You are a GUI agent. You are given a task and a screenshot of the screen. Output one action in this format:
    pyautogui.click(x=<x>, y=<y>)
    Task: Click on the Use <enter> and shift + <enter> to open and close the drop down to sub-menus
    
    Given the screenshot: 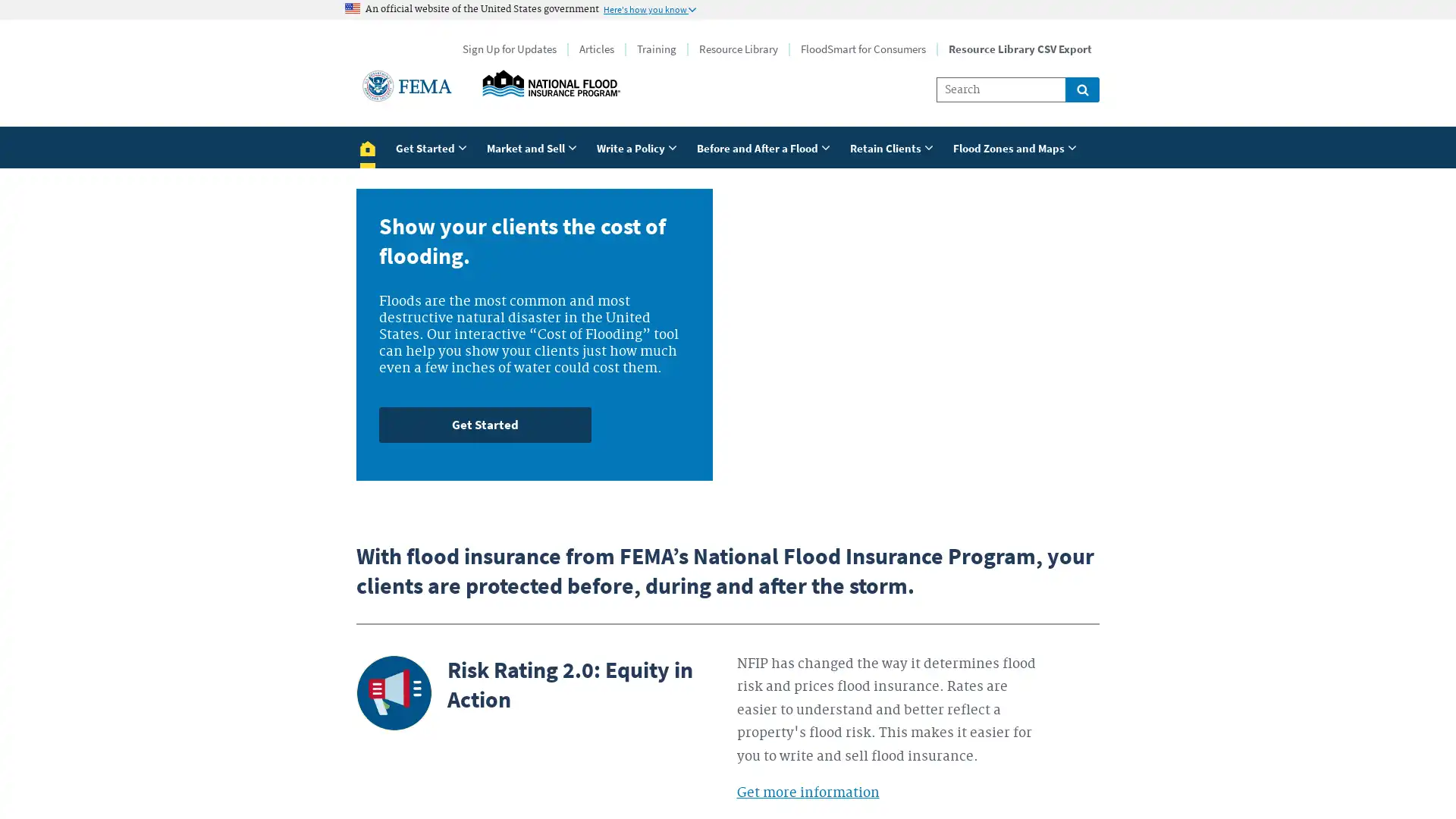 What is the action you would take?
    pyautogui.click(x=894, y=146)
    